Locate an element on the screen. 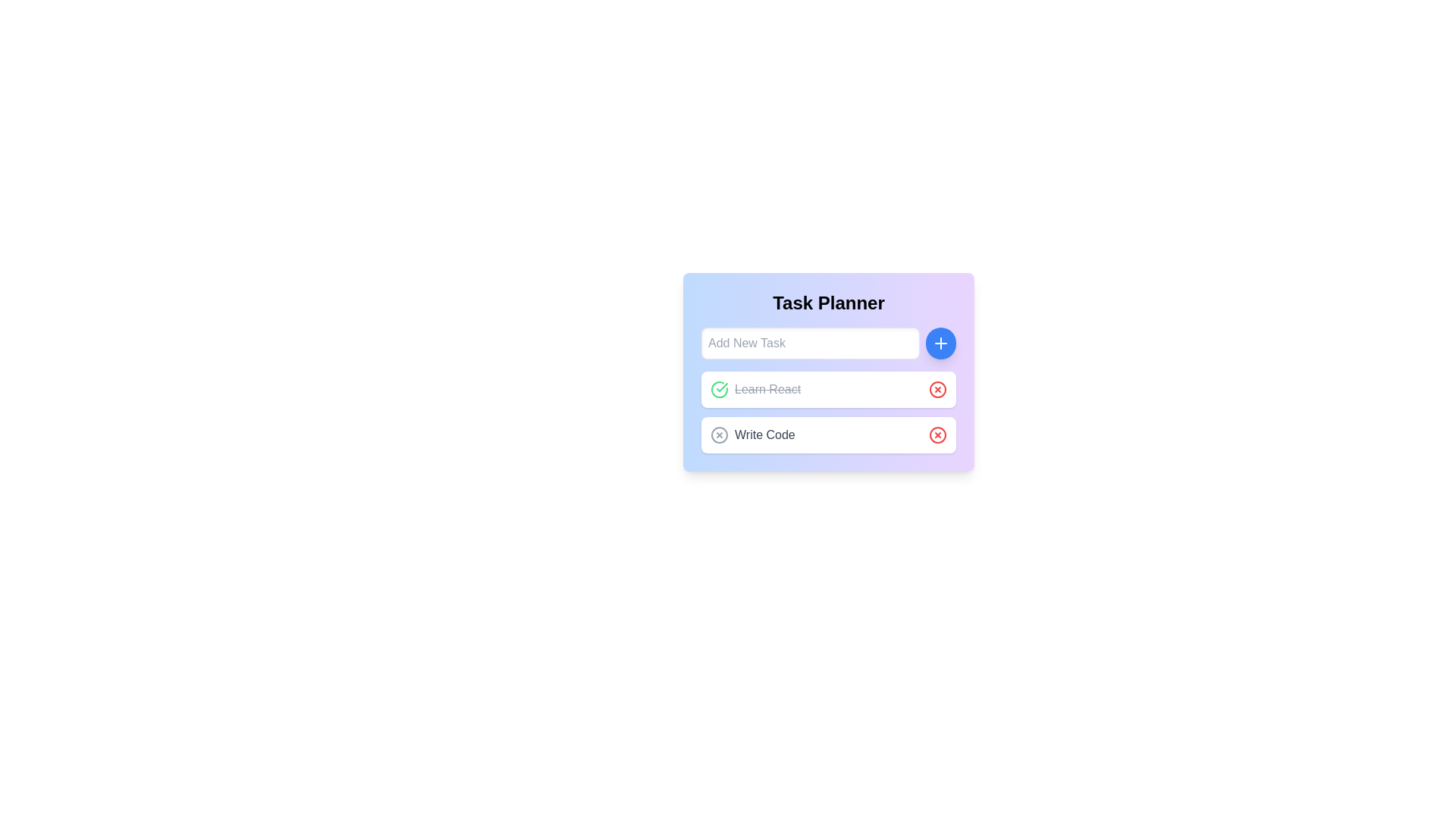  the delete button located at the right end of the 'Write Code' task in the 'Task Planner' section is located at coordinates (937, 435).